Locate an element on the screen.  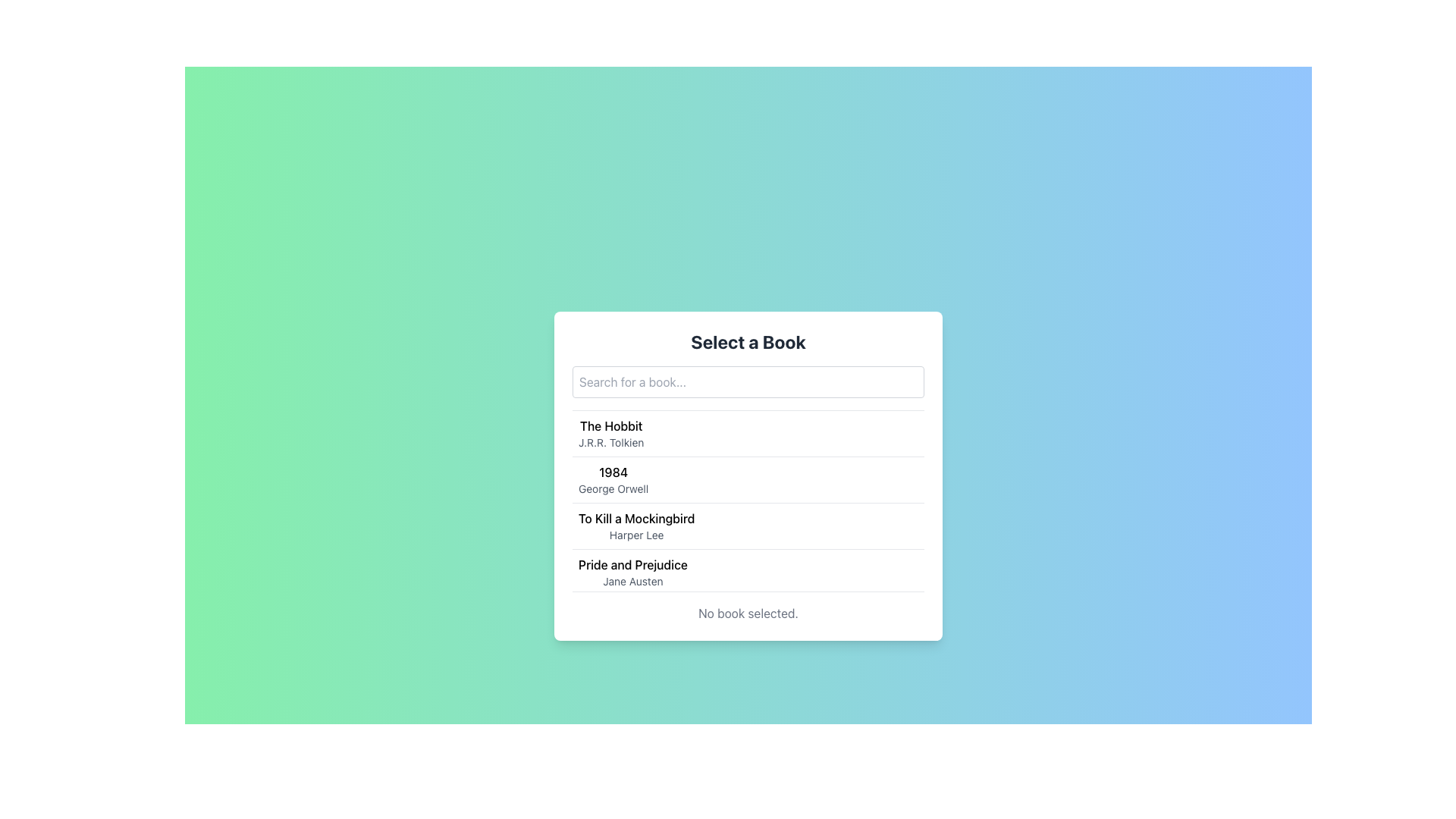
the item entry displaying '1984' by George Orwell, which is the second item in the vertical list of books is located at coordinates (613, 479).